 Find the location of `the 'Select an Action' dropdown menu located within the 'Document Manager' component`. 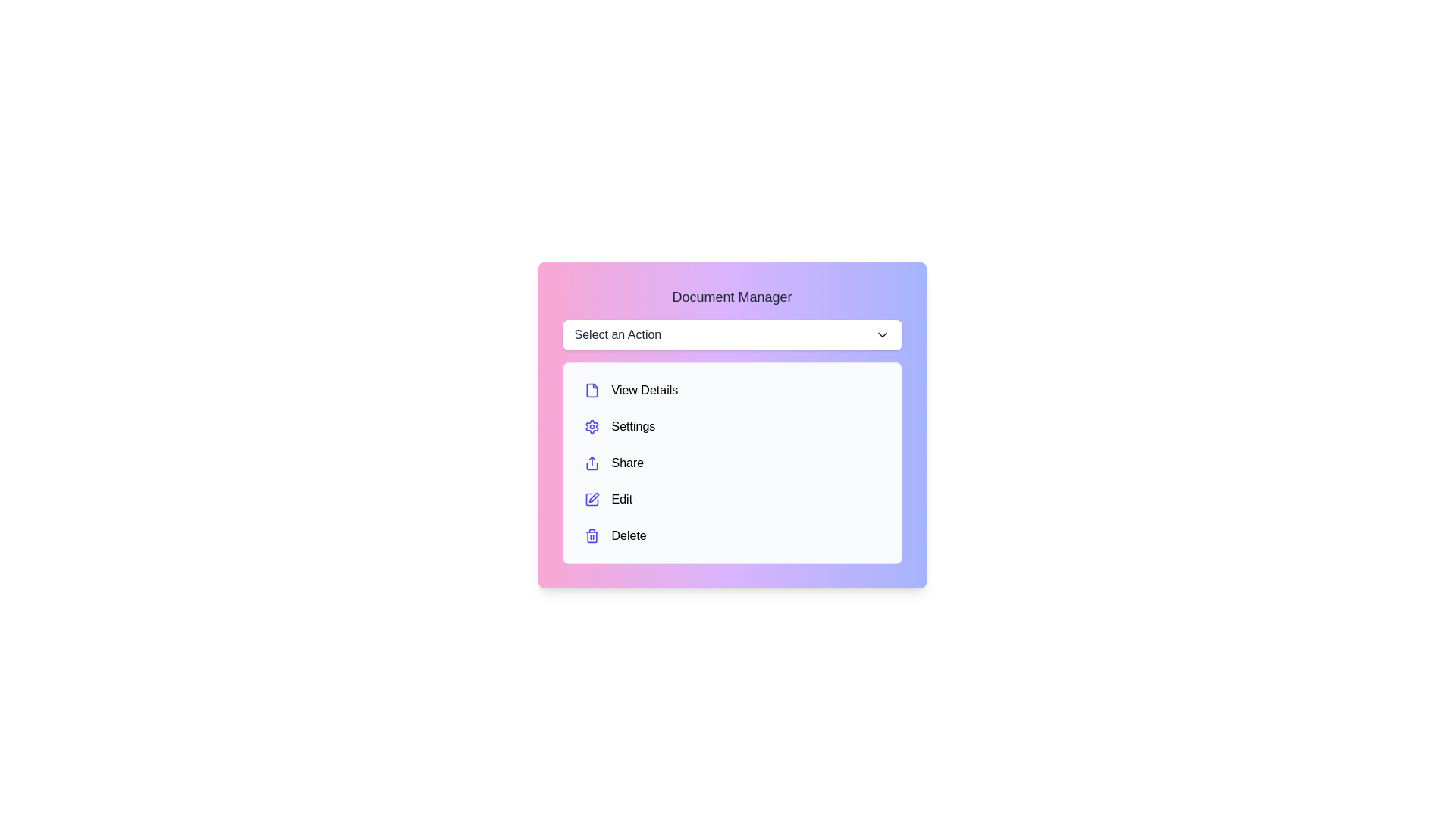

the 'Select an Action' dropdown menu located within the 'Document Manager' component is located at coordinates (732, 334).